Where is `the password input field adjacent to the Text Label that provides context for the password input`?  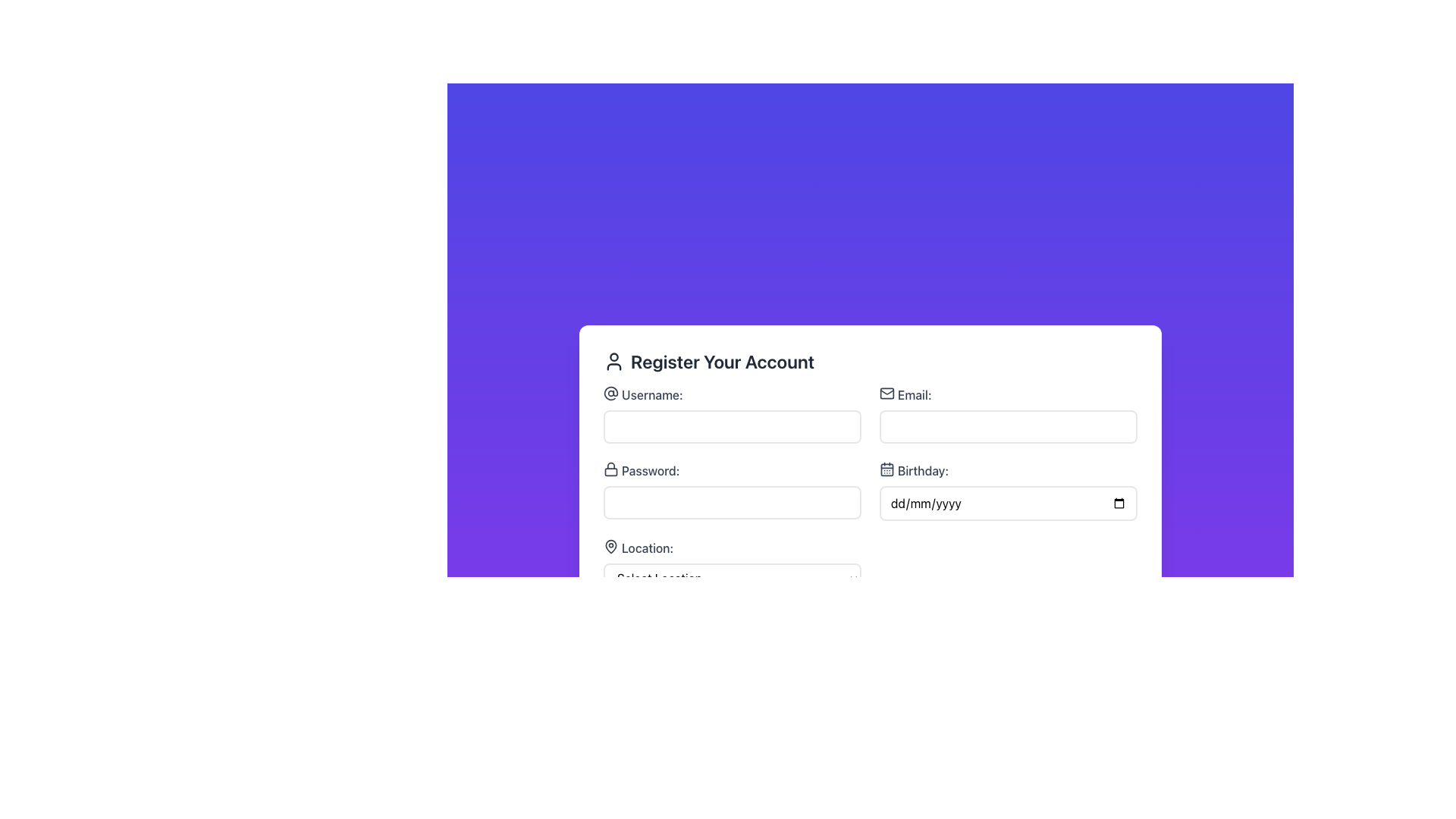
the password input field adjacent to the Text Label that provides context for the password input is located at coordinates (732, 470).